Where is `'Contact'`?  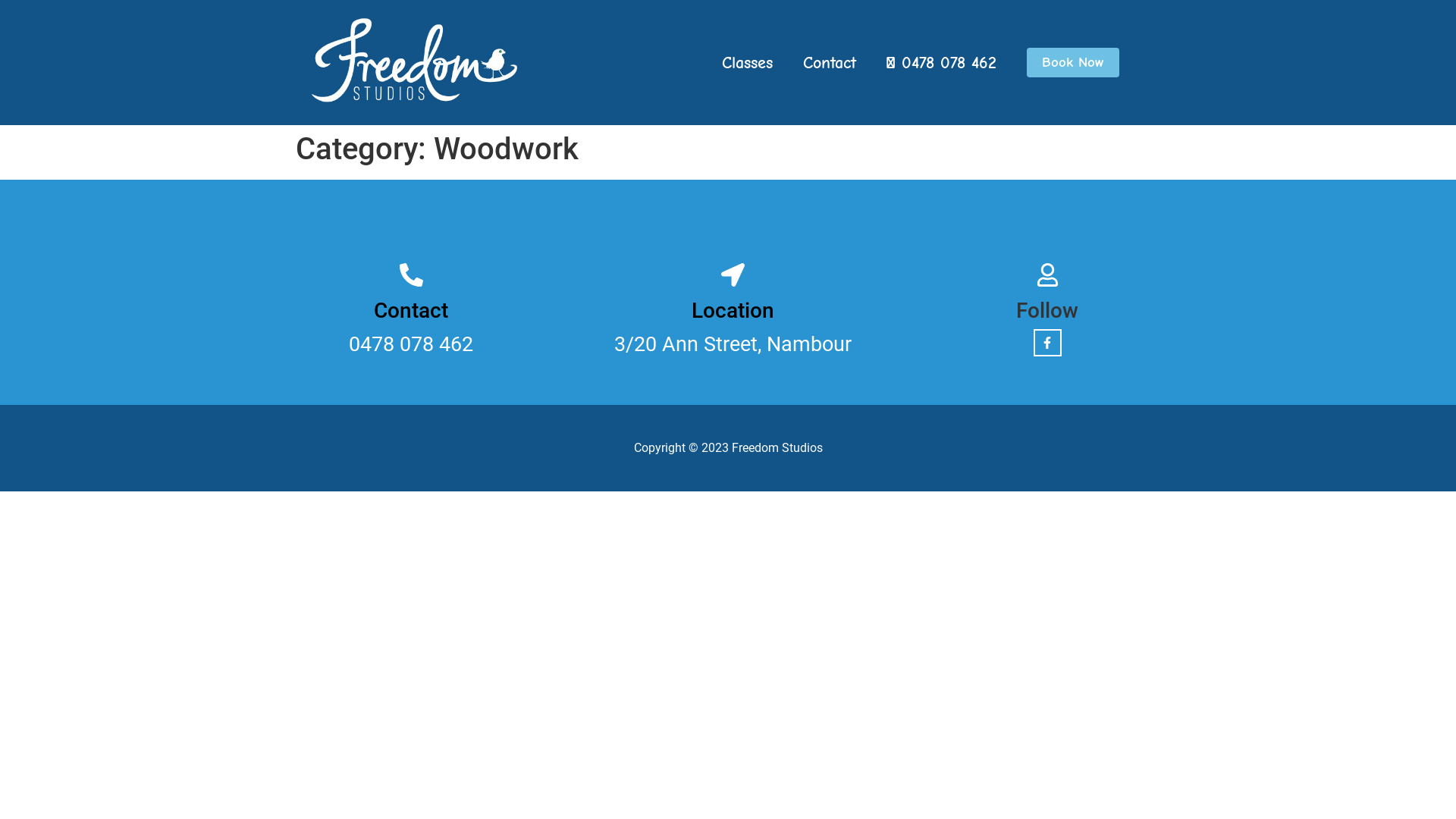
'Contact' is located at coordinates (829, 62).